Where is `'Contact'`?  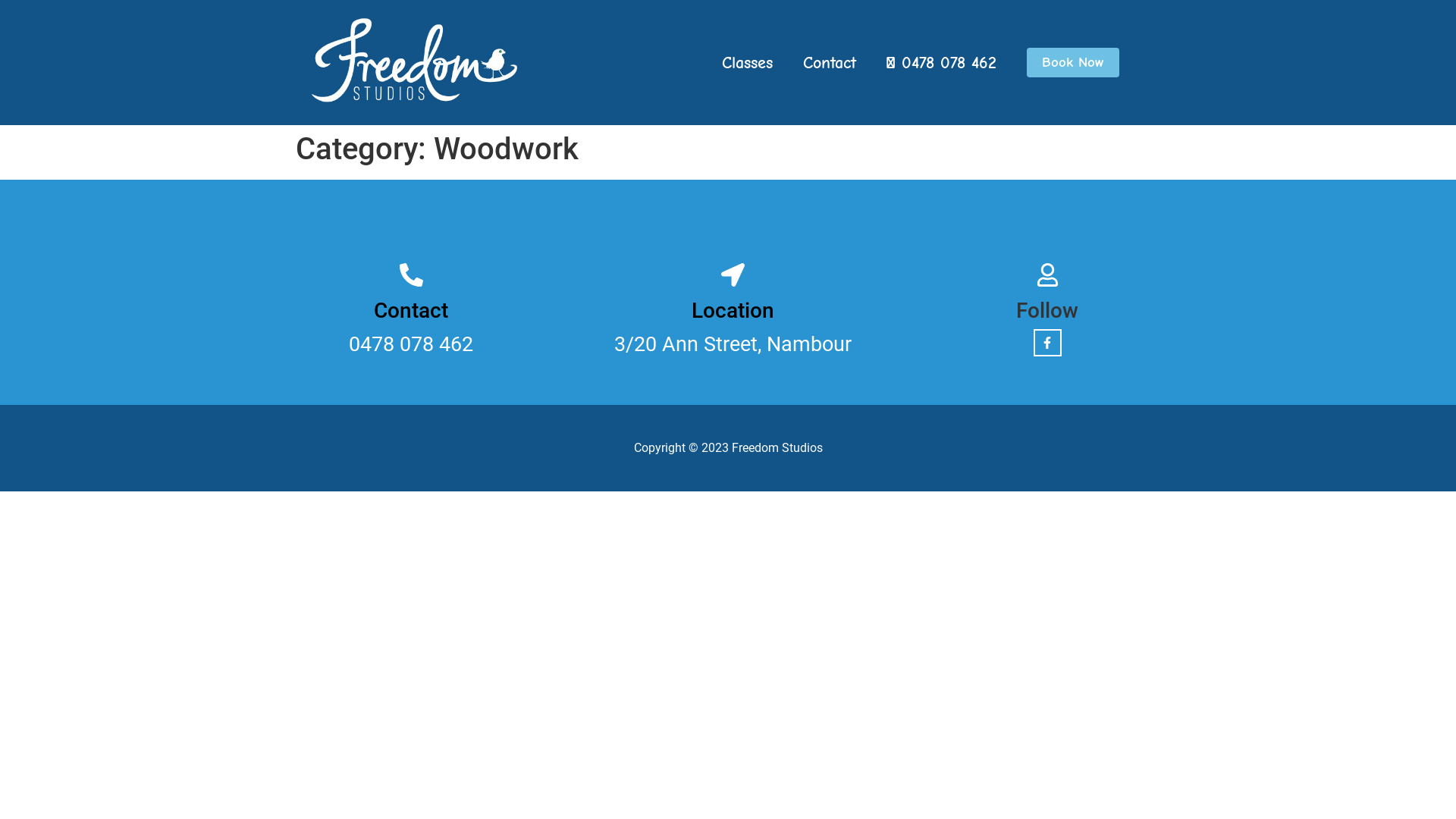
'Contact' is located at coordinates (829, 62).